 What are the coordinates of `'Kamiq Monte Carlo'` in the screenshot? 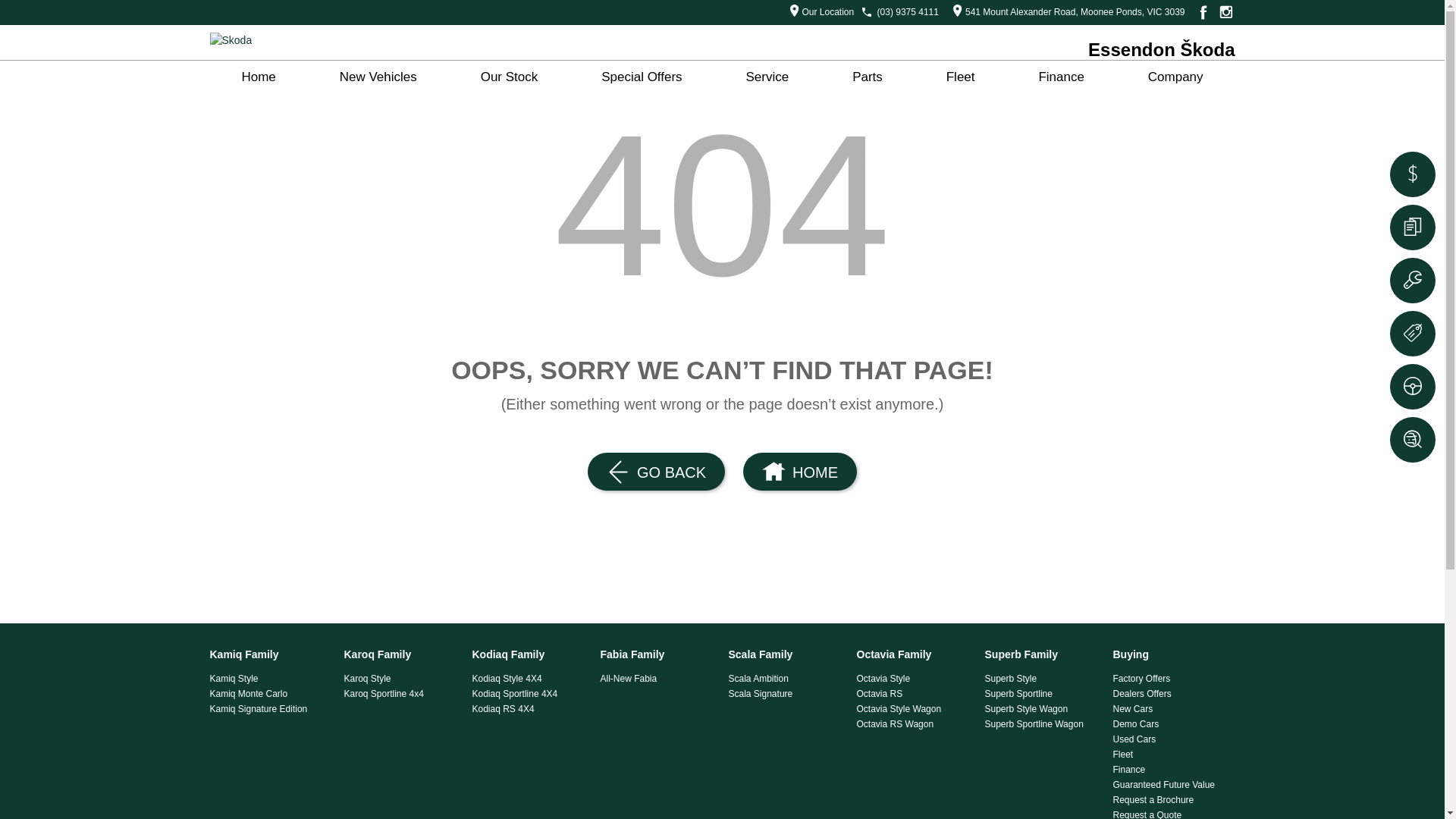 It's located at (267, 693).